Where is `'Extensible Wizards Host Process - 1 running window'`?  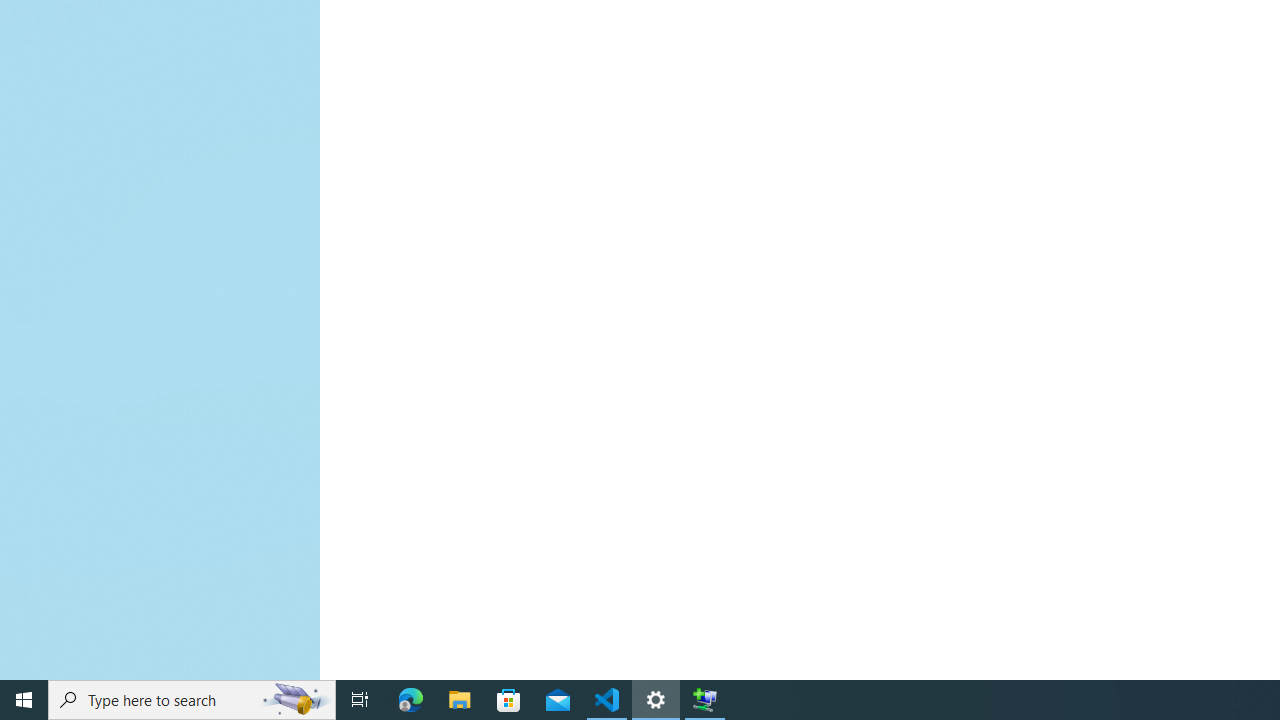
'Extensible Wizards Host Process - 1 running window' is located at coordinates (705, 698).